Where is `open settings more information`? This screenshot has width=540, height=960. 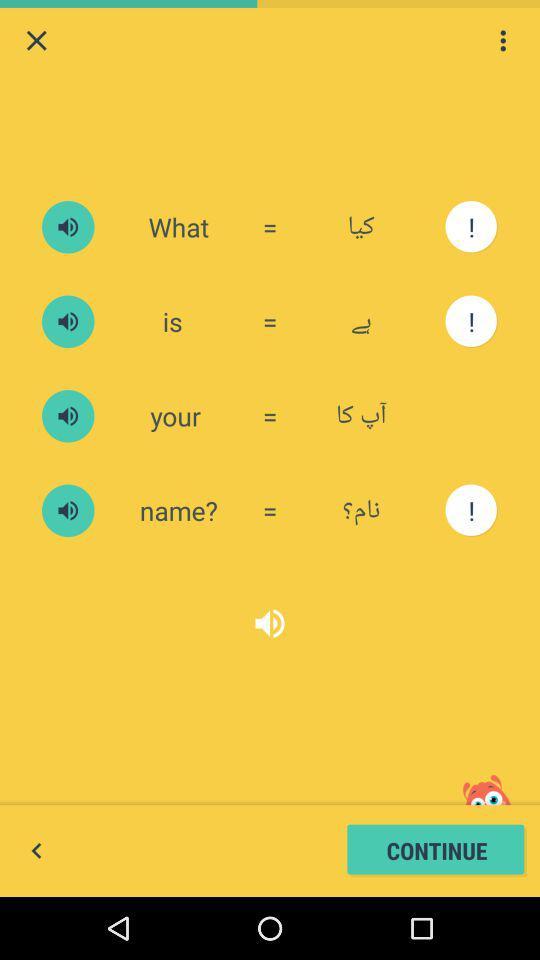
open settings more information is located at coordinates (502, 39).